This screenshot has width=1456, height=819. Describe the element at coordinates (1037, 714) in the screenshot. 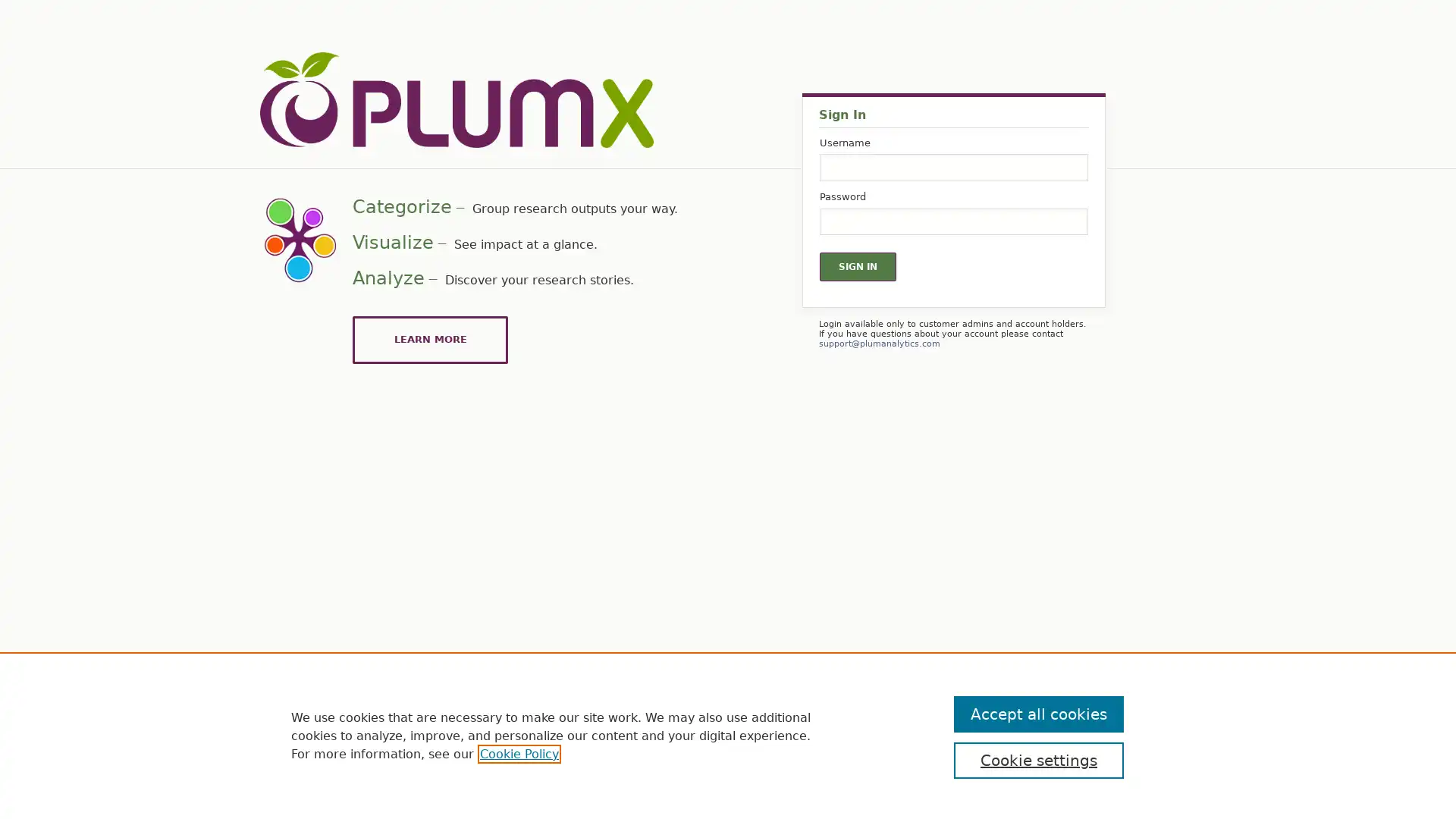

I see `Accept all cookies` at that location.